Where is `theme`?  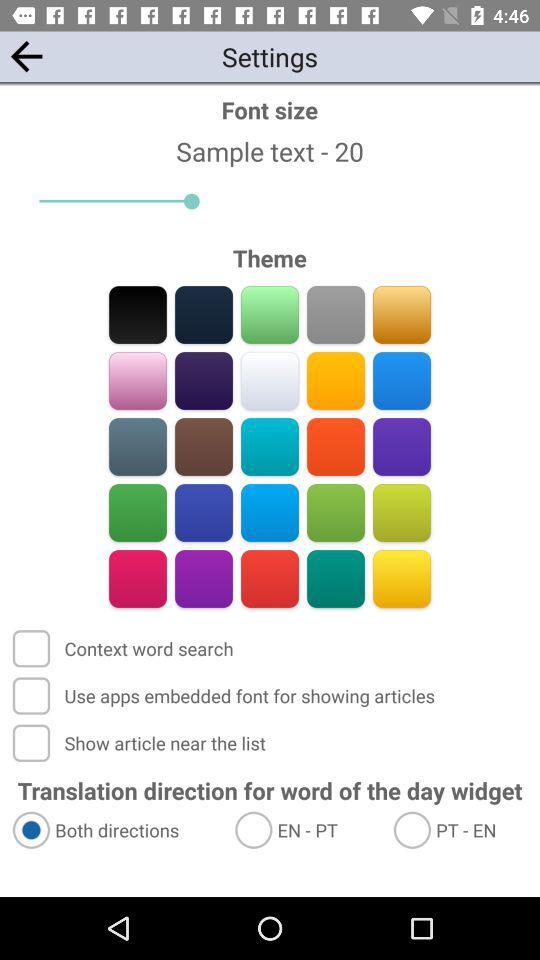 theme is located at coordinates (137, 380).